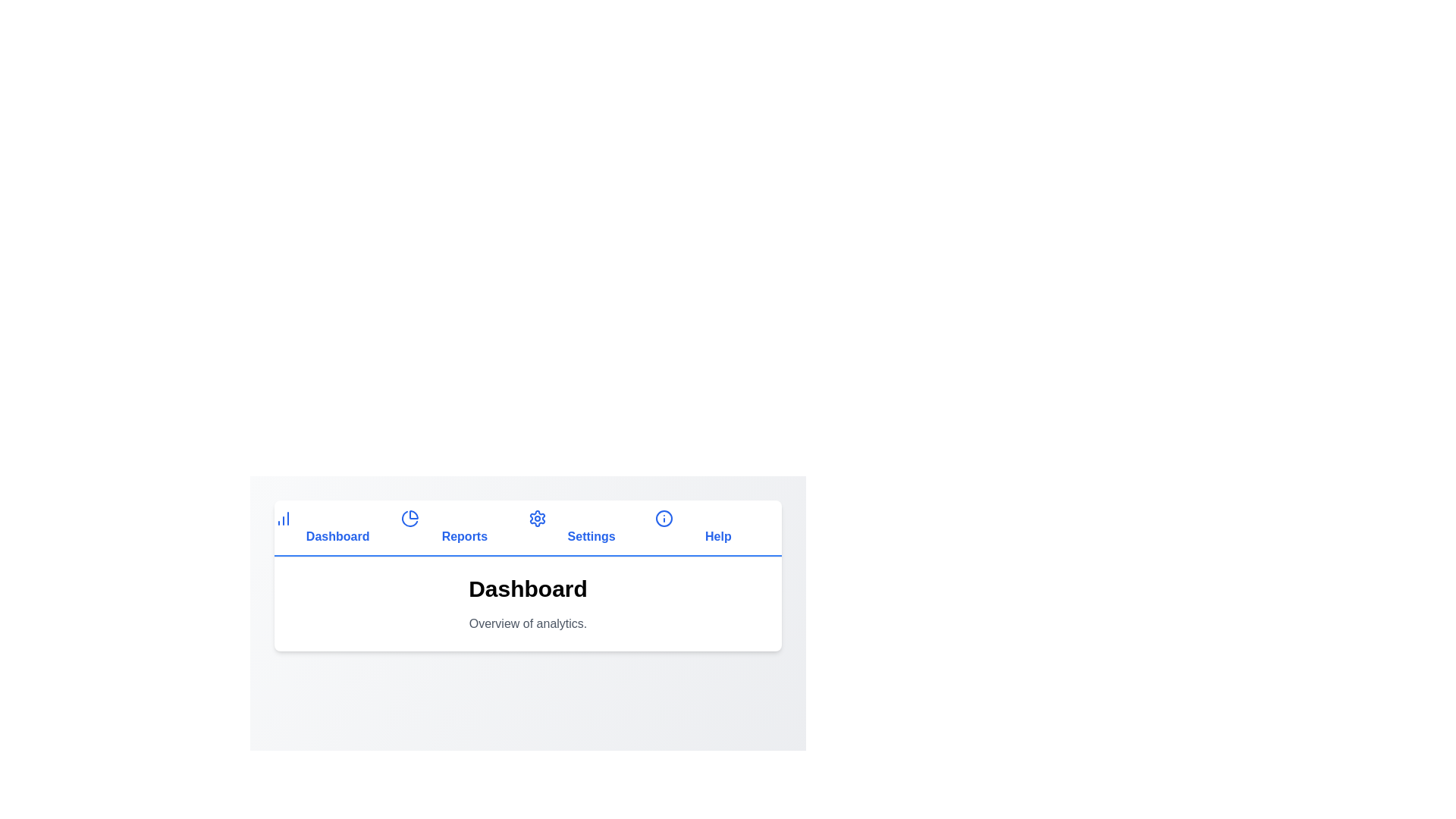 The image size is (1456, 819). Describe the element at coordinates (528, 595) in the screenshot. I see `the large, bold, black text displaying 'Dashboard' which is centrally positioned within a white card in the dashboard interface` at that location.